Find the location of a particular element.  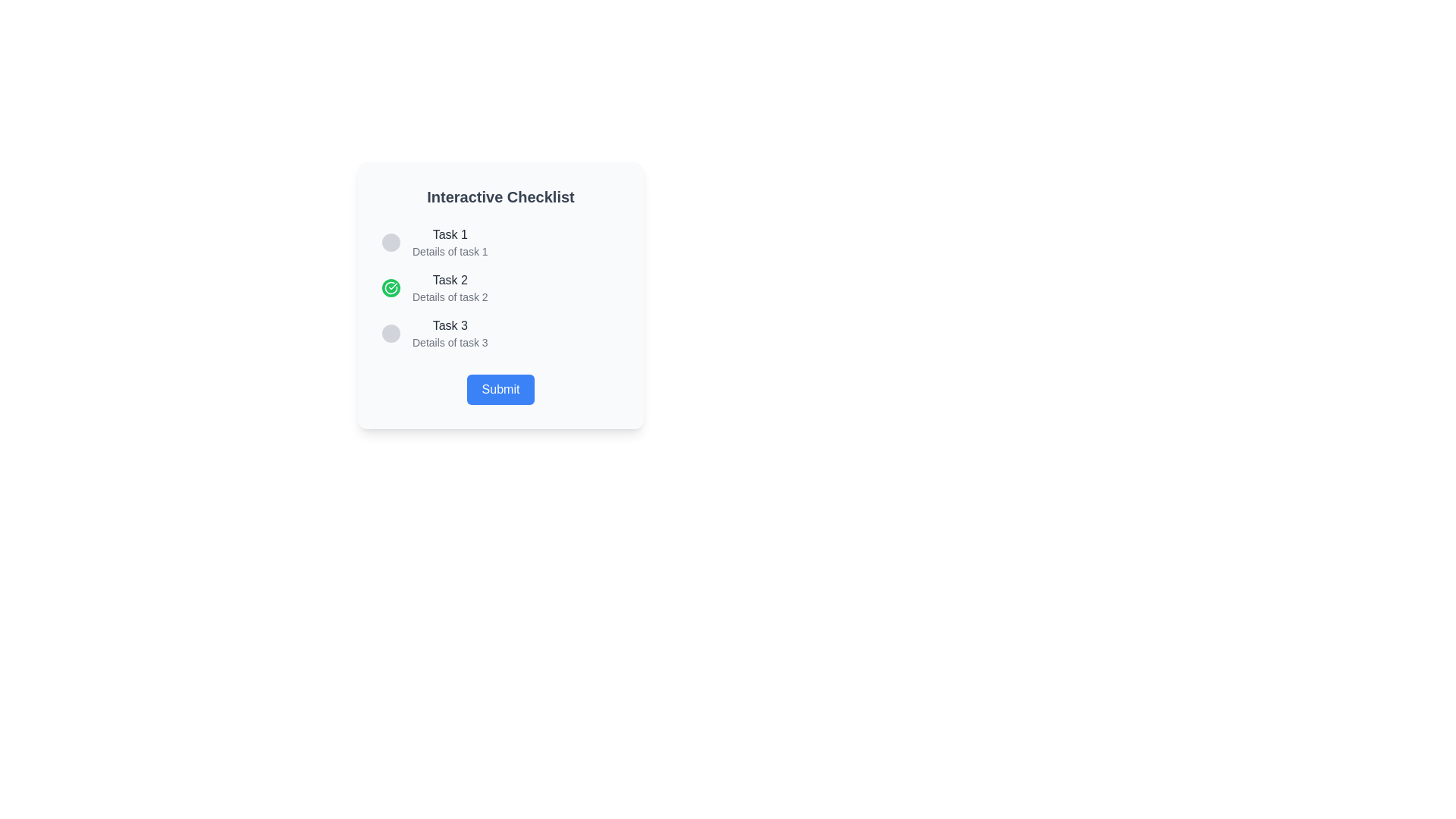

the Decorative icon or status indicator, which is a circular outline with a green background and a white checkmark, located to the left of the text 'Task 2' is located at coordinates (391, 288).